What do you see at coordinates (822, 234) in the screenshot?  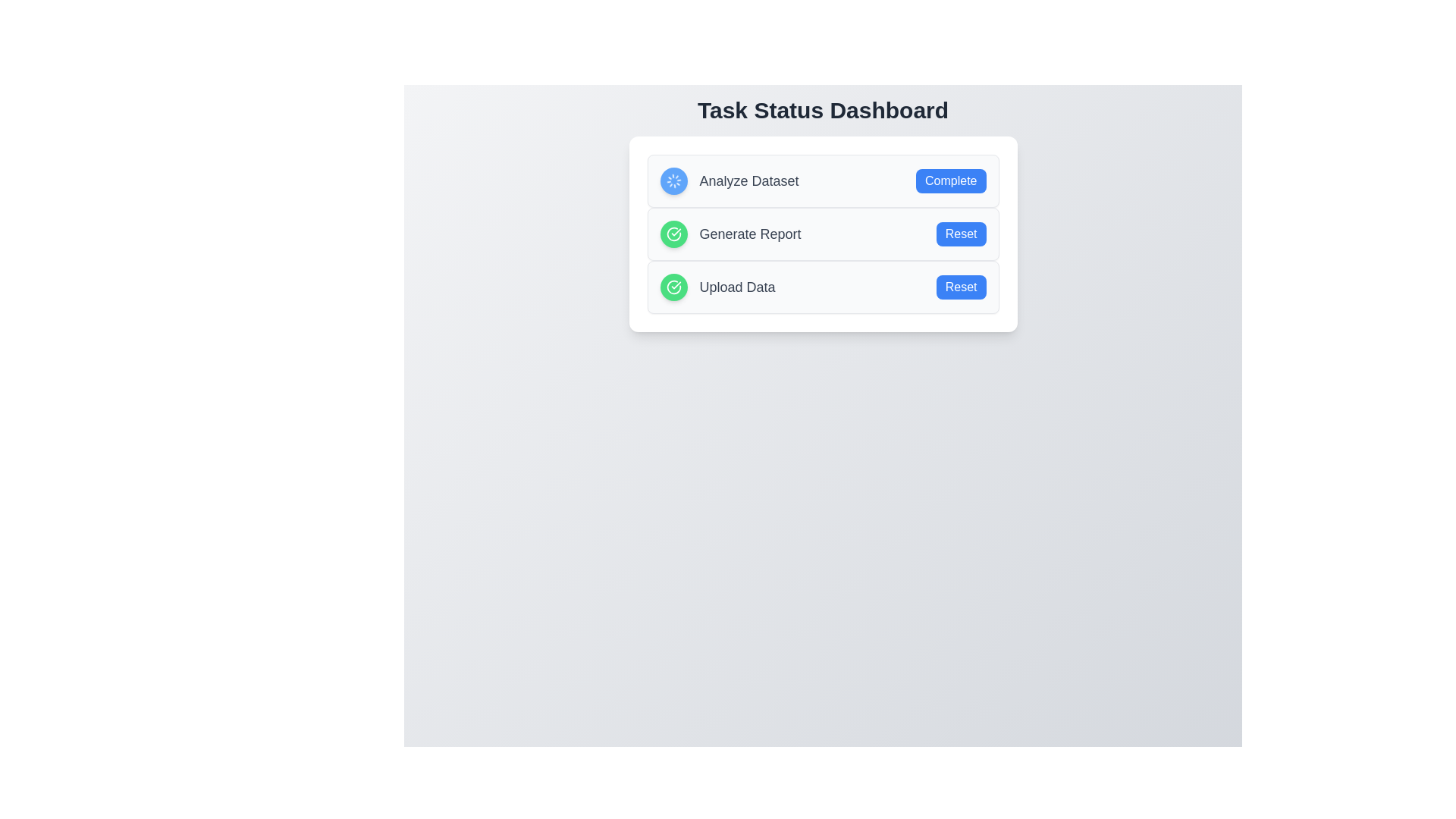 I see `the task item labeled 'Generate Report'` at bounding box center [822, 234].